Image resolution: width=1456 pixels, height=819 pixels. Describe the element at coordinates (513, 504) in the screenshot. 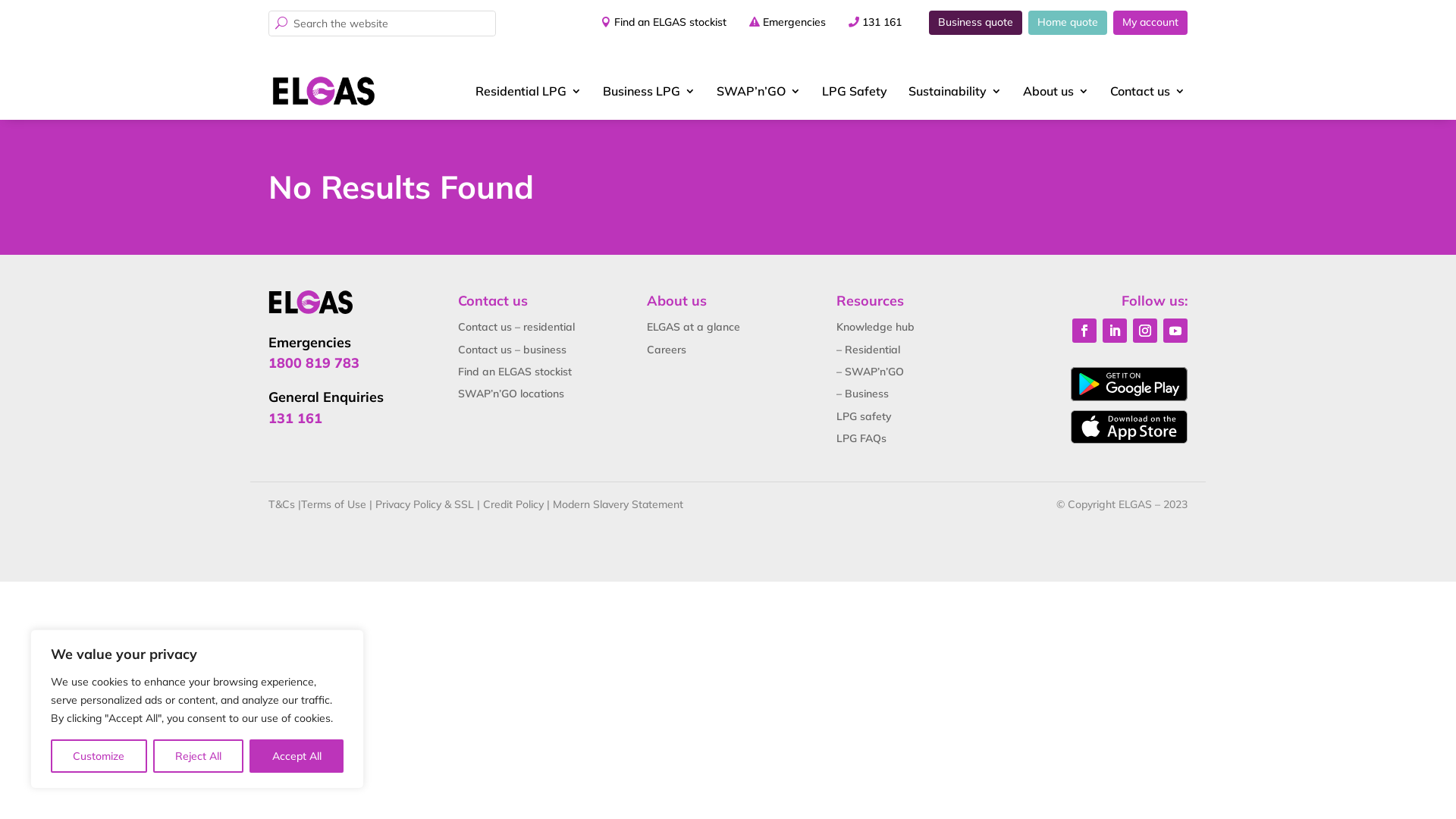

I see `'Credit Policy'` at that location.